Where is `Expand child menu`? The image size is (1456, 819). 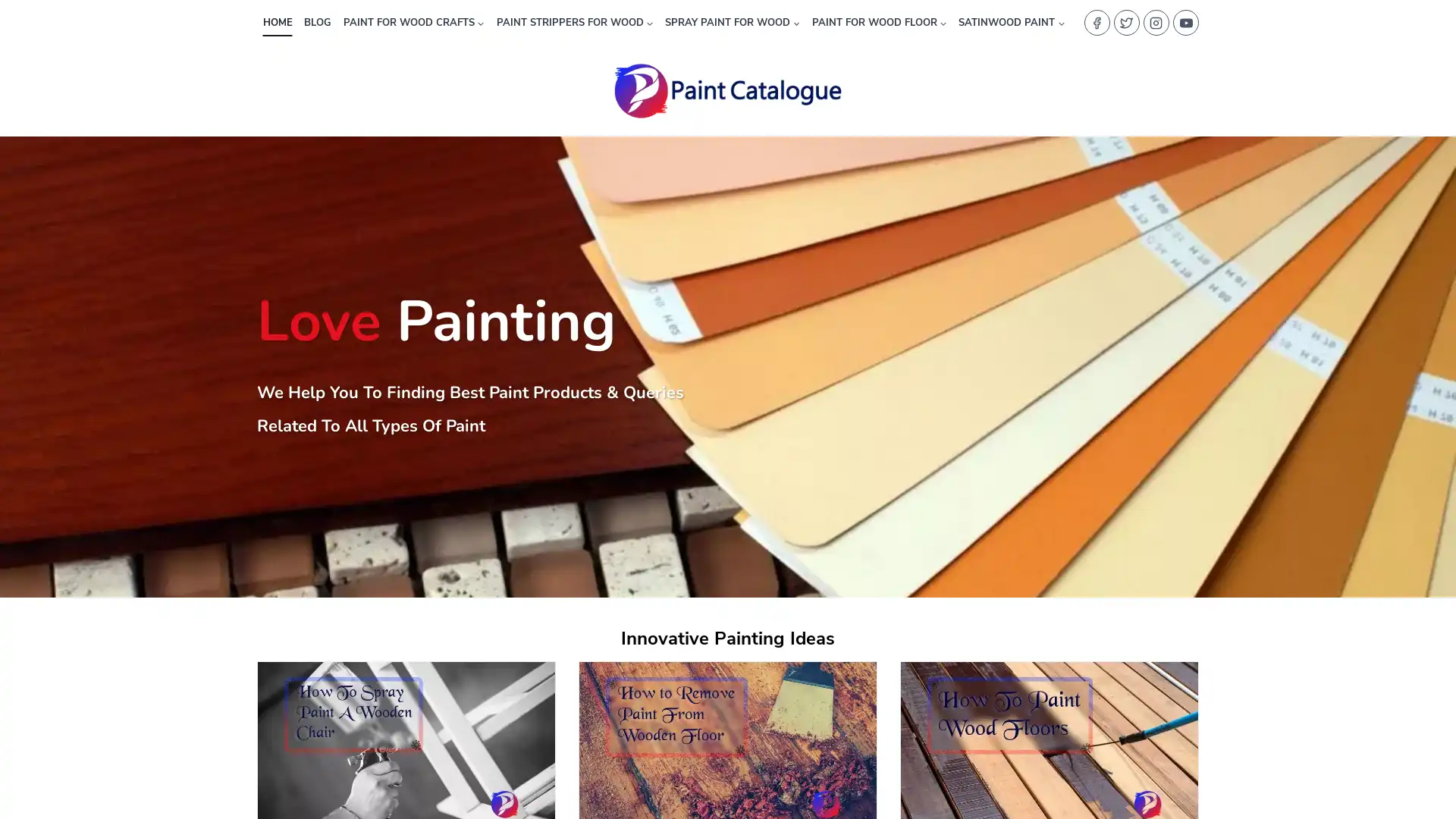
Expand child menu is located at coordinates (1012, 22).